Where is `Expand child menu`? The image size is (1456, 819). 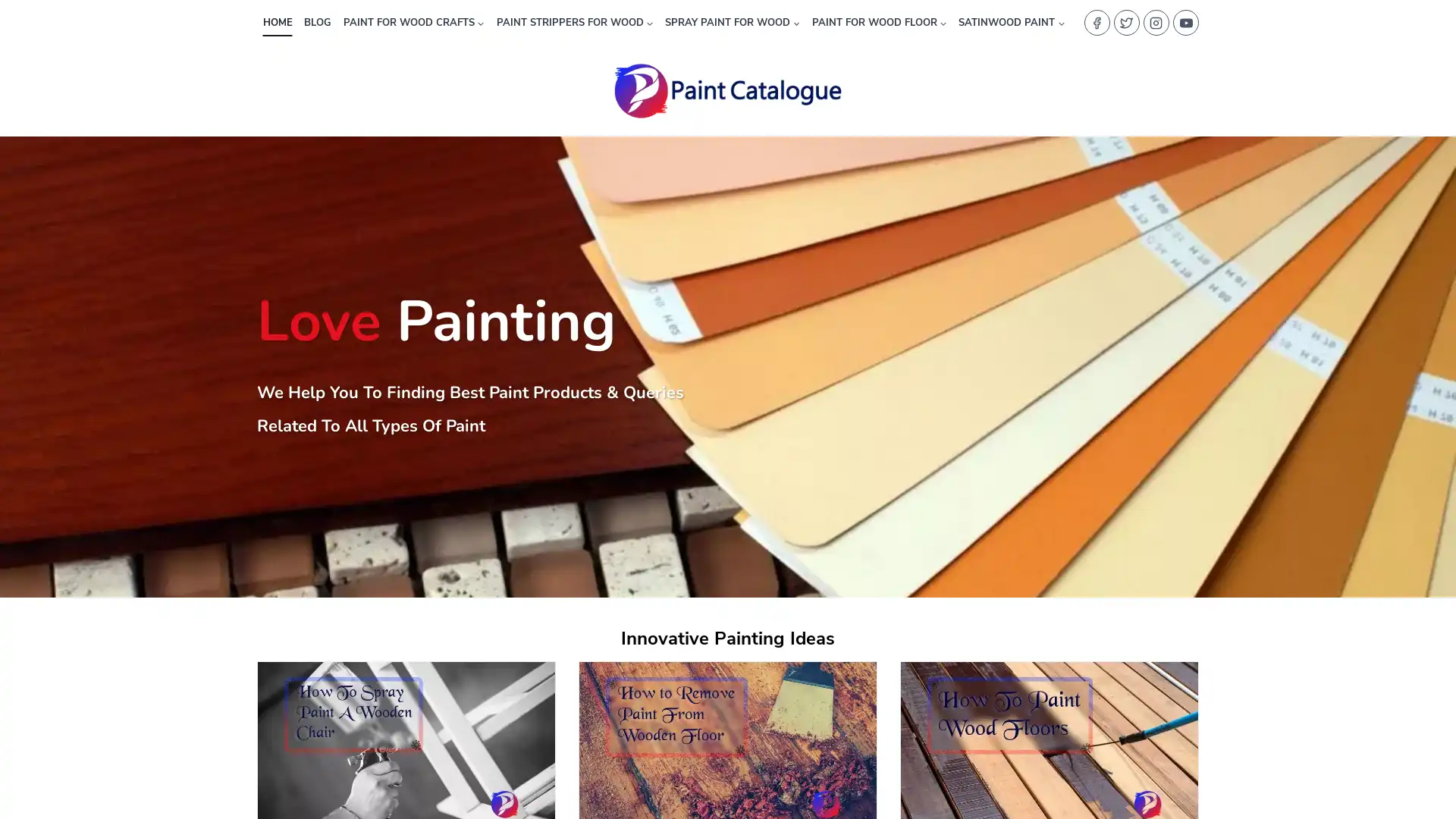
Expand child menu is located at coordinates (1012, 22).